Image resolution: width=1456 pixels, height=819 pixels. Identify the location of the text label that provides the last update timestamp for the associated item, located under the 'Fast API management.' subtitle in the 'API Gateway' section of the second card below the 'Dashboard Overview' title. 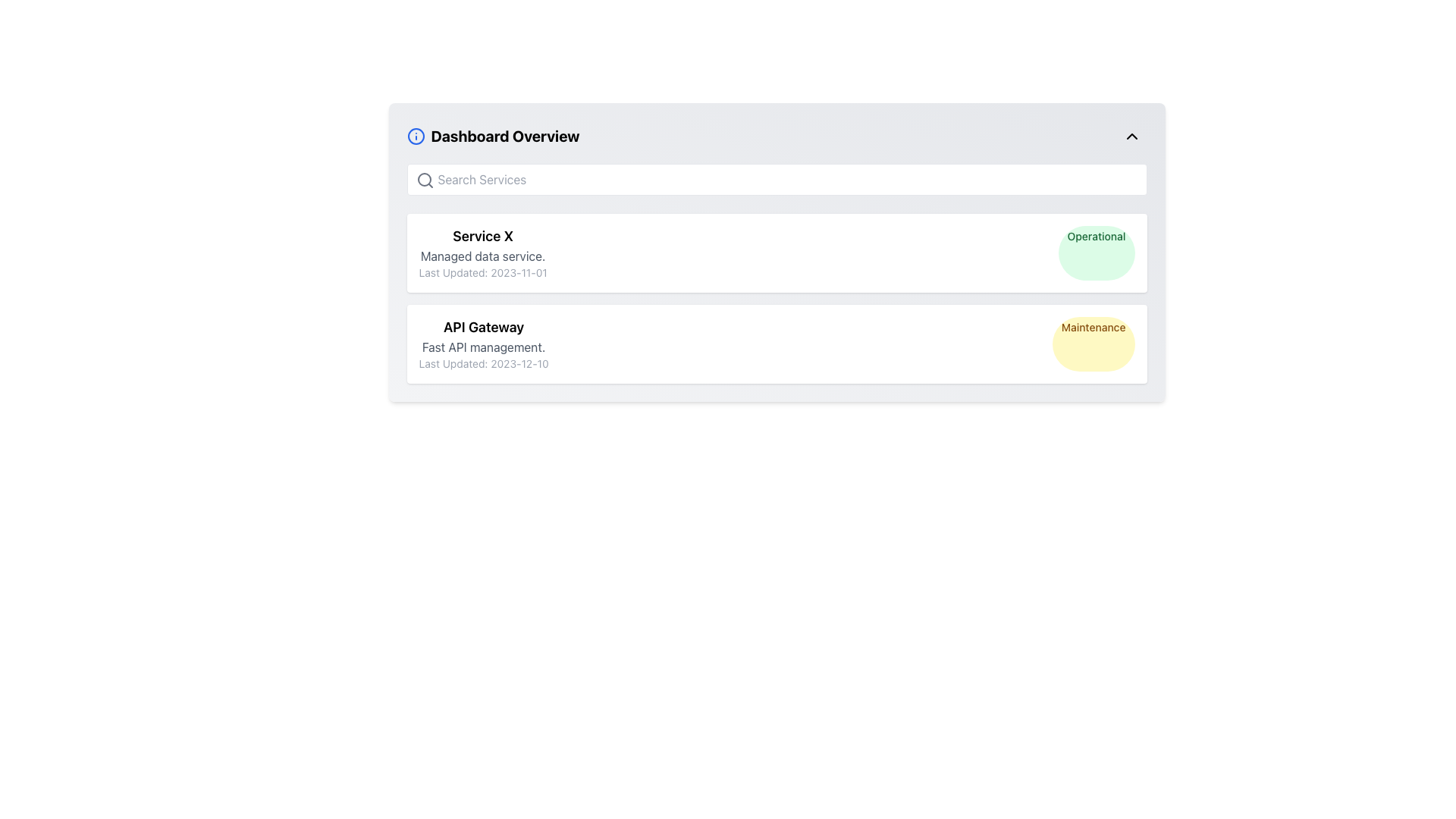
(483, 363).